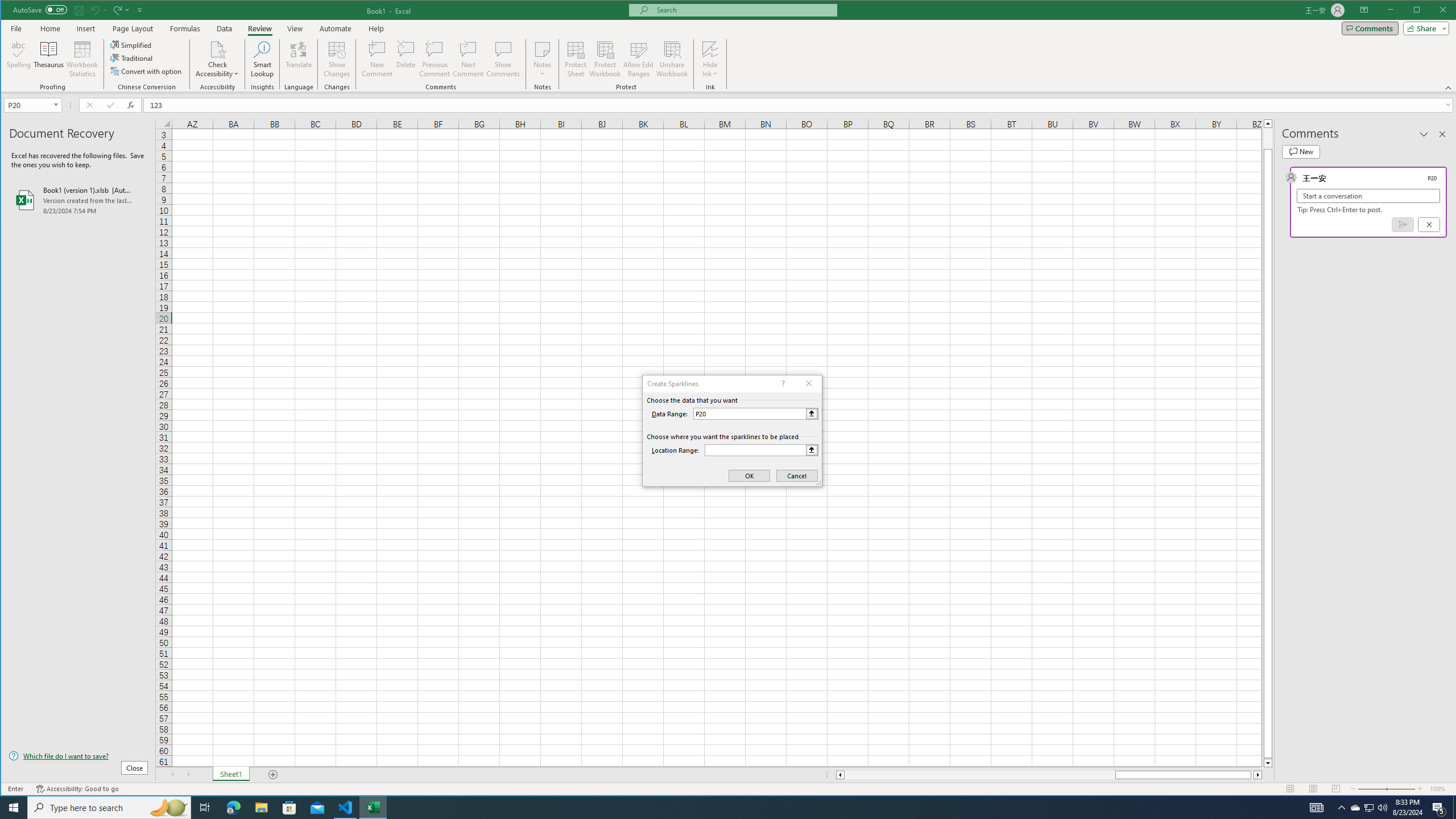 The width and height of the screenshot is (1456, 819). Describe the element at coordinates (297, 59) in the screenshot. I see `'Translate'` at that location.